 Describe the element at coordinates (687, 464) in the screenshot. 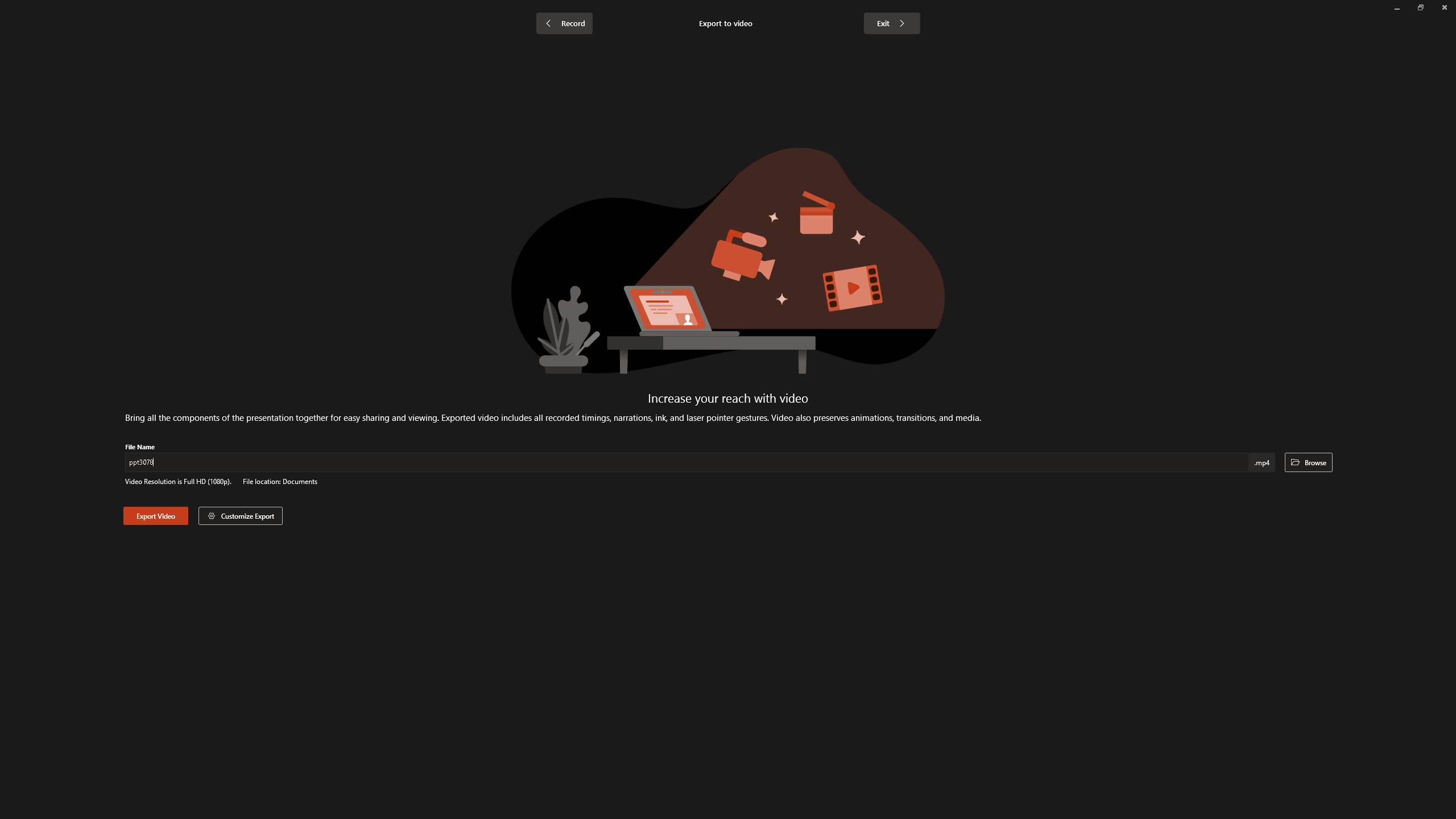

I see `'Filename'` at that location.